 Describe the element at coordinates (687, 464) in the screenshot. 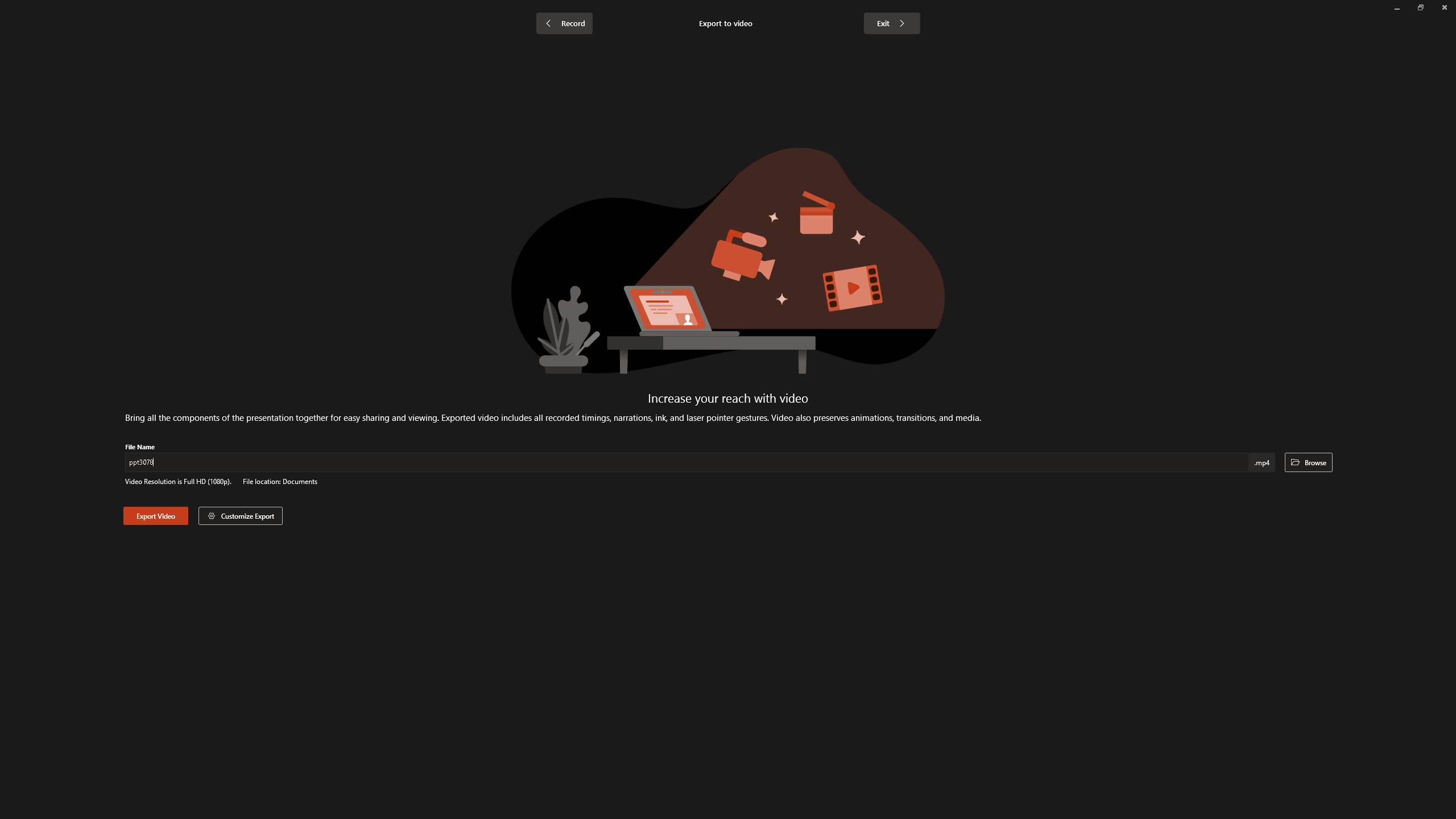

I see `'Filename'` at that location.